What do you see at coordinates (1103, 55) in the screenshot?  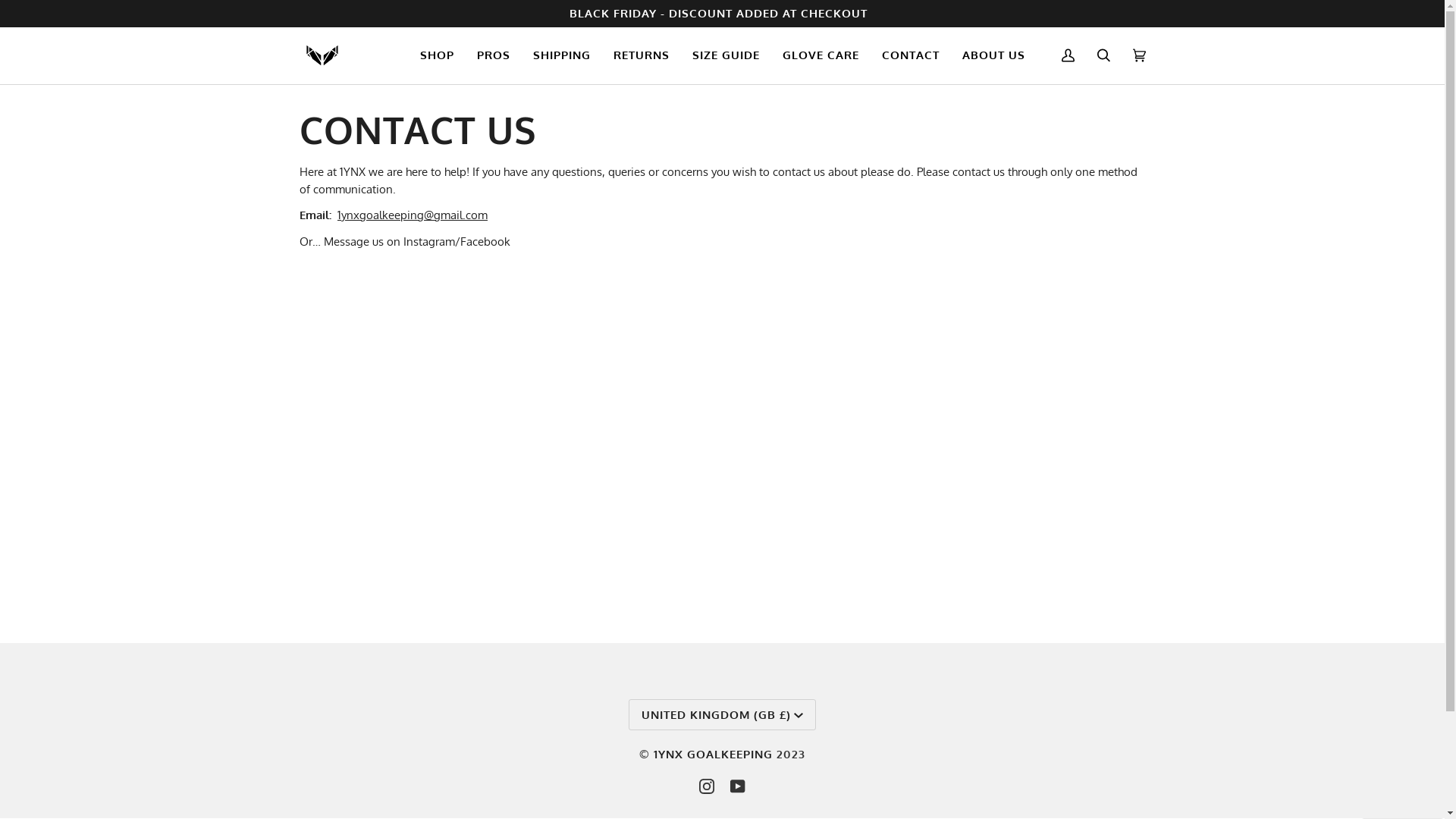 I see `'Search'` at bounding box center [1103, 55].